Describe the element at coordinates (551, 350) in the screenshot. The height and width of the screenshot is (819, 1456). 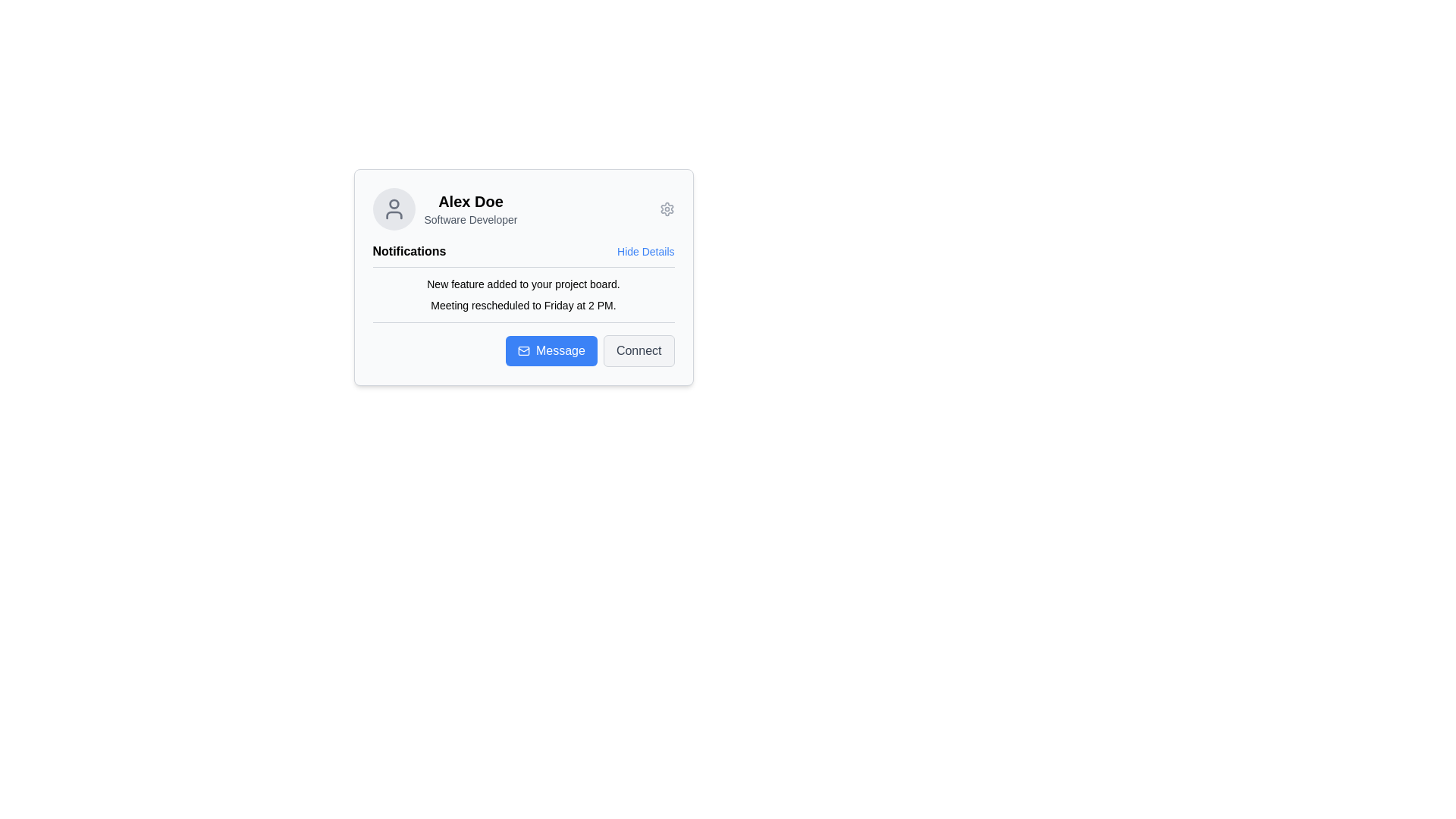
I see `the 'Message' button with a blue background and white text, located within the toolbar at the bottom of a card interface` at that location.